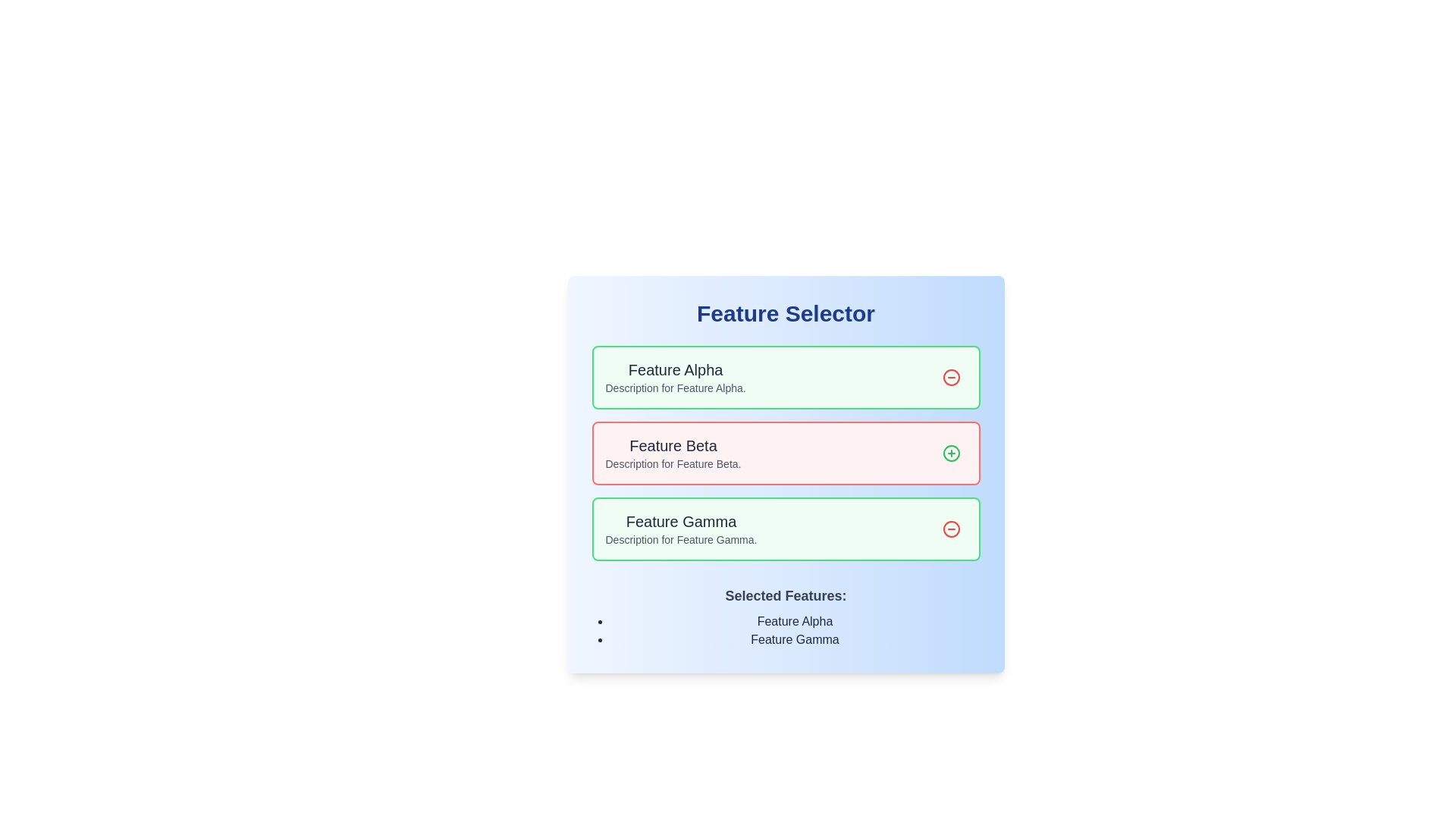  I want to click on the text display labeled 'Feature Alpha' found in the 'Selected Features' section, which is the first item in a bullet list, so click(794, 622).